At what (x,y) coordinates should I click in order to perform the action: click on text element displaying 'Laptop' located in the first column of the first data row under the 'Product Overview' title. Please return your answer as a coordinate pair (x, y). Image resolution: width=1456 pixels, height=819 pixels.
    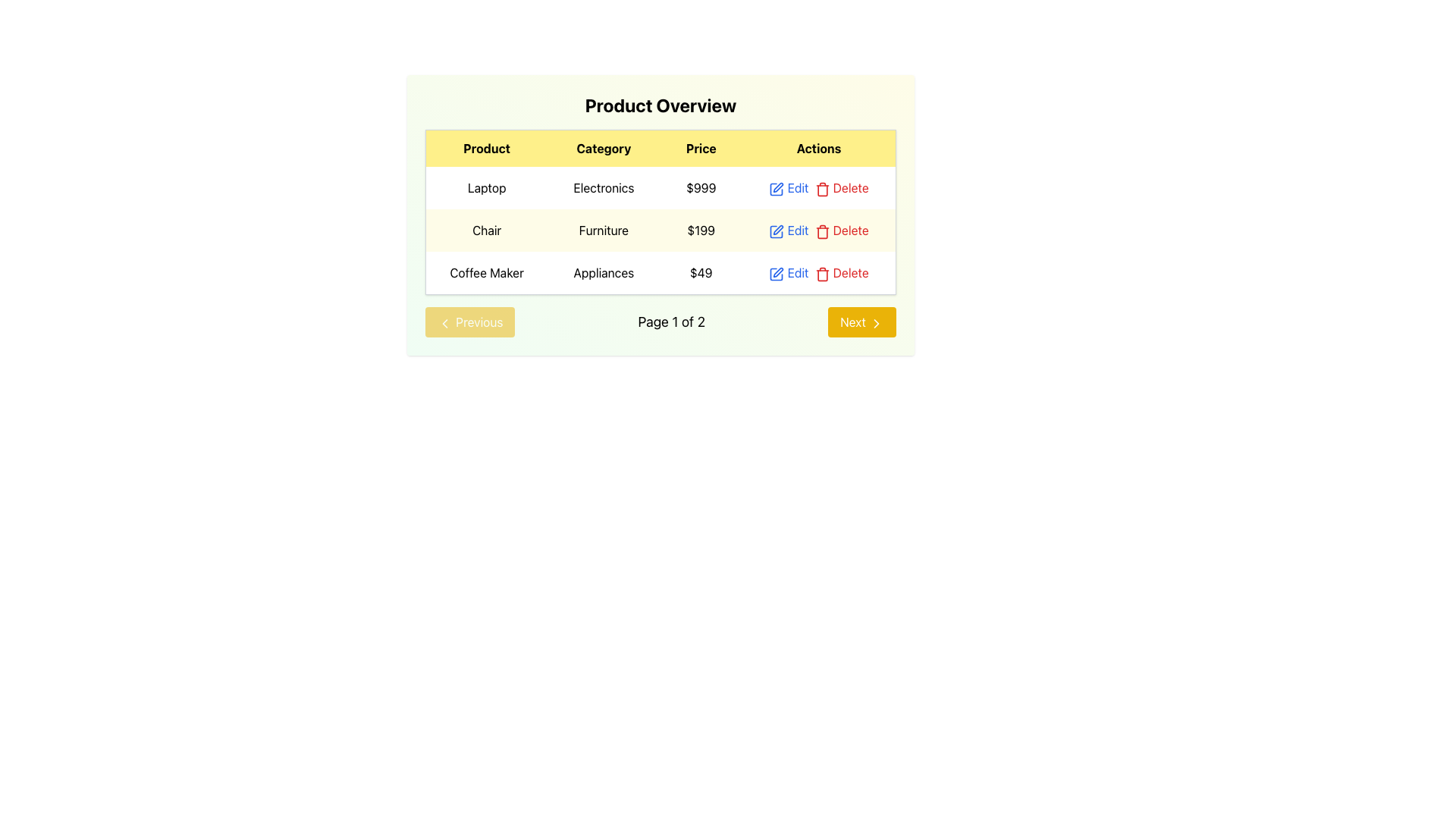
    Looking at the image, I should click on (486, 187).